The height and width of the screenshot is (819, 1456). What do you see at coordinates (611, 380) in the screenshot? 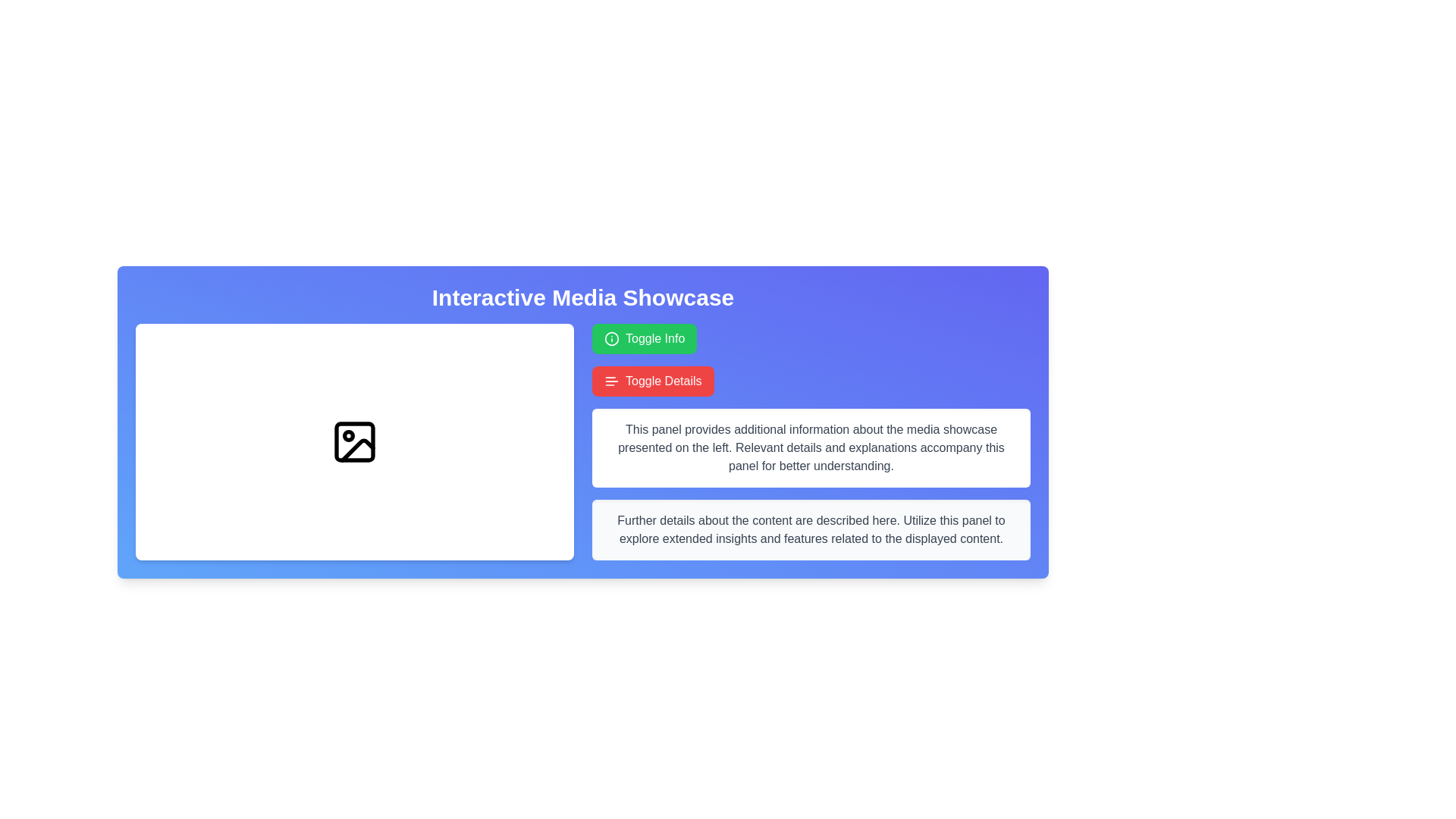
I see `the 'Toggle Details' button which contains the three horizontal lines icon on its left side, located in the red background of the interactive panel` at bounding box center [611, 380].